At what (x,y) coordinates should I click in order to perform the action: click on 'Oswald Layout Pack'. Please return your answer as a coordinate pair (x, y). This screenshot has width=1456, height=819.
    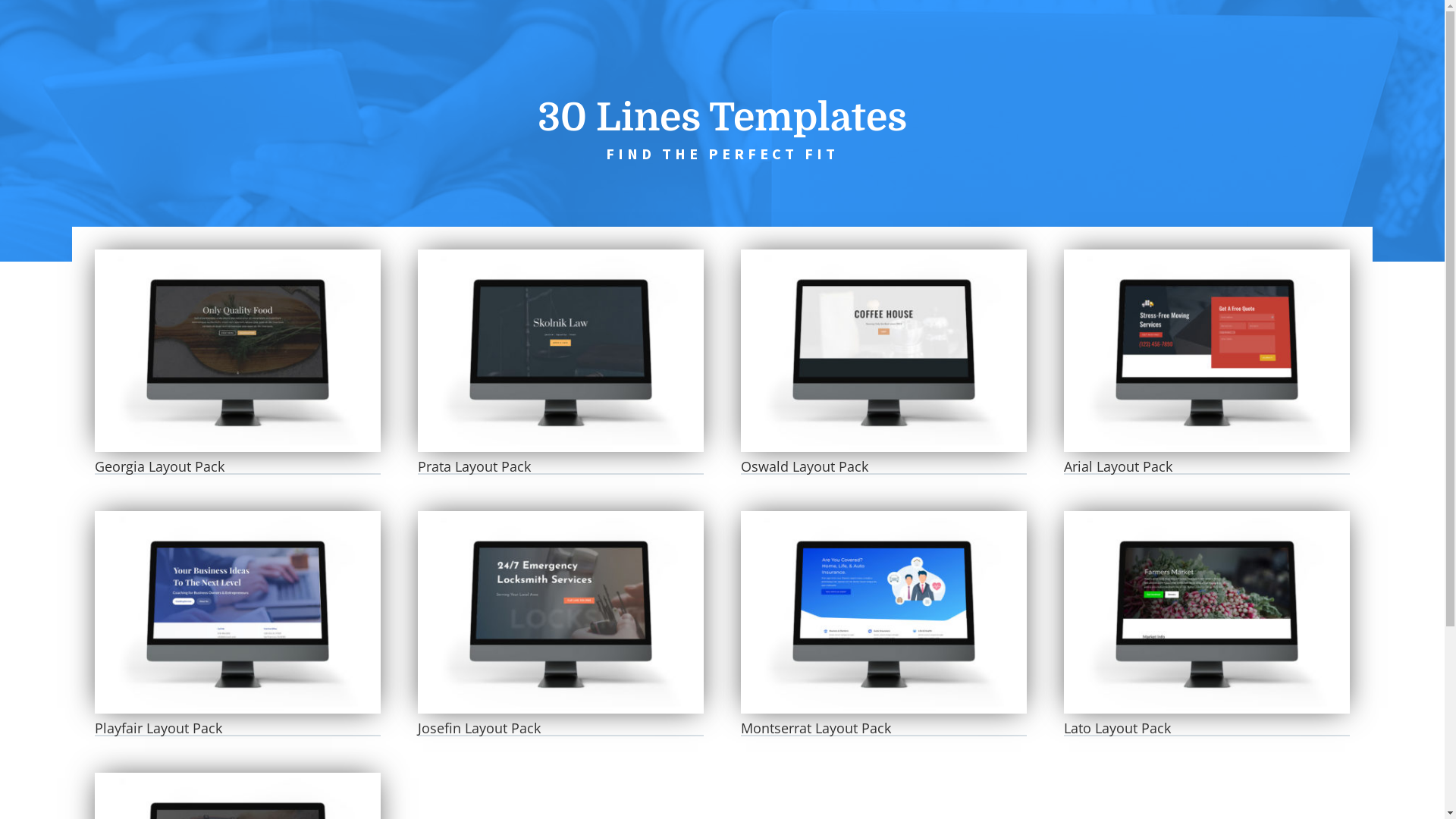
    Looking at the image, I should click on (883, 350).